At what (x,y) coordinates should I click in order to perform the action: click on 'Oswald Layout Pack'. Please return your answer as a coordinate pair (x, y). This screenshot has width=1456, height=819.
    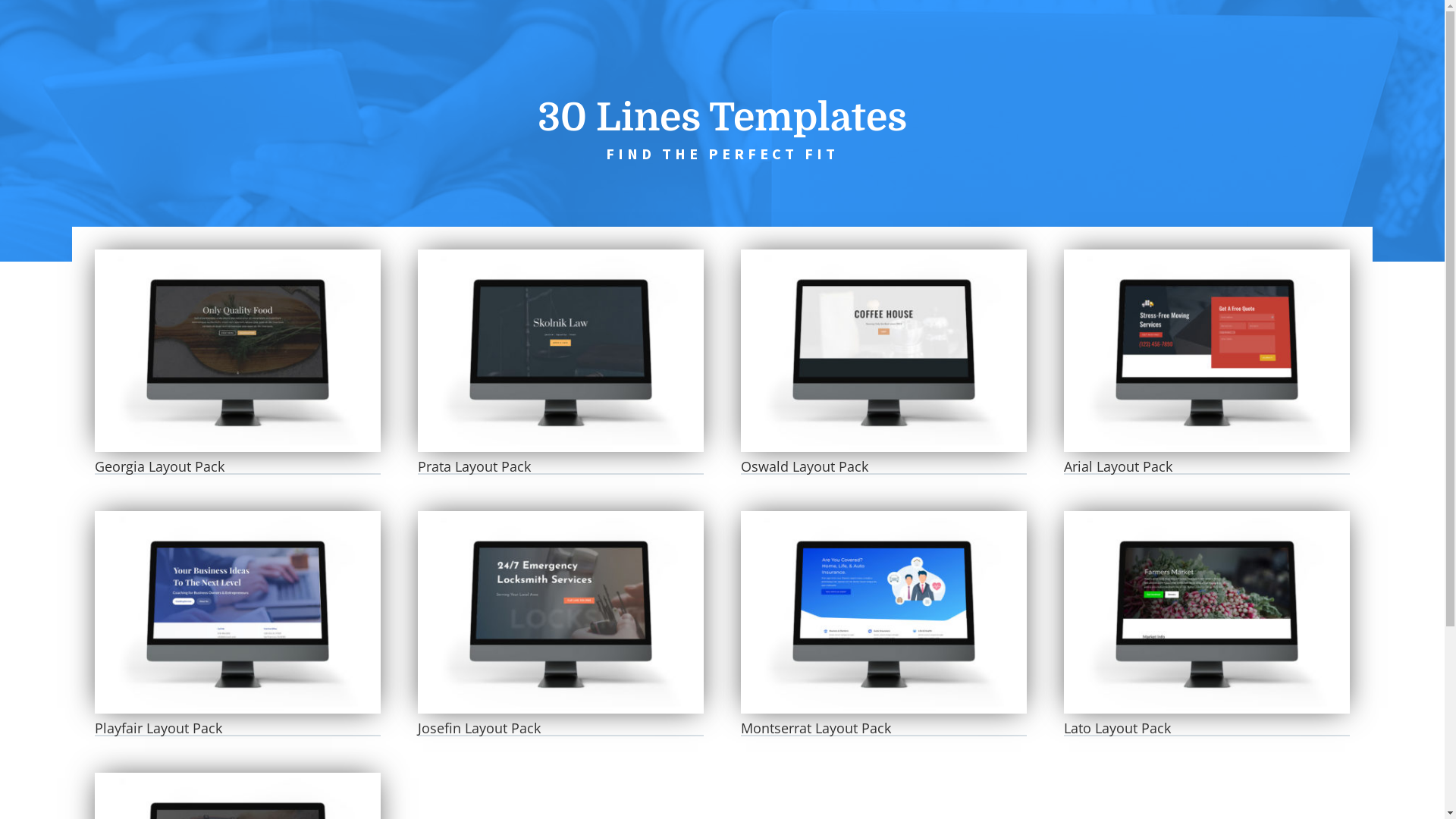
    Looking at the image, I should click on (883, 350).